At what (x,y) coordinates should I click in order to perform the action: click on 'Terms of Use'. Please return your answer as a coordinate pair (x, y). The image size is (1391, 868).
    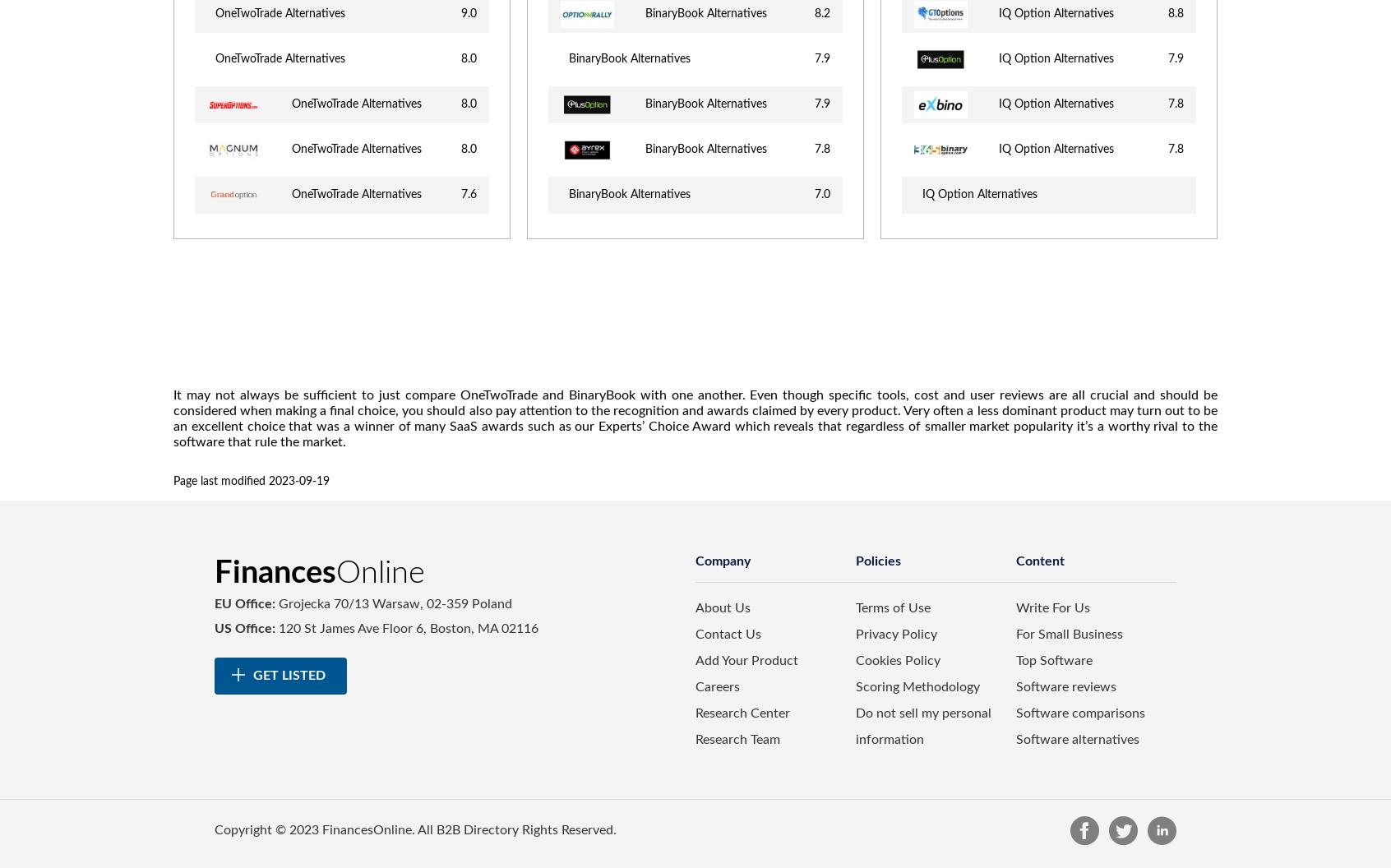
    Looking at the image, I should click on (892, 607).